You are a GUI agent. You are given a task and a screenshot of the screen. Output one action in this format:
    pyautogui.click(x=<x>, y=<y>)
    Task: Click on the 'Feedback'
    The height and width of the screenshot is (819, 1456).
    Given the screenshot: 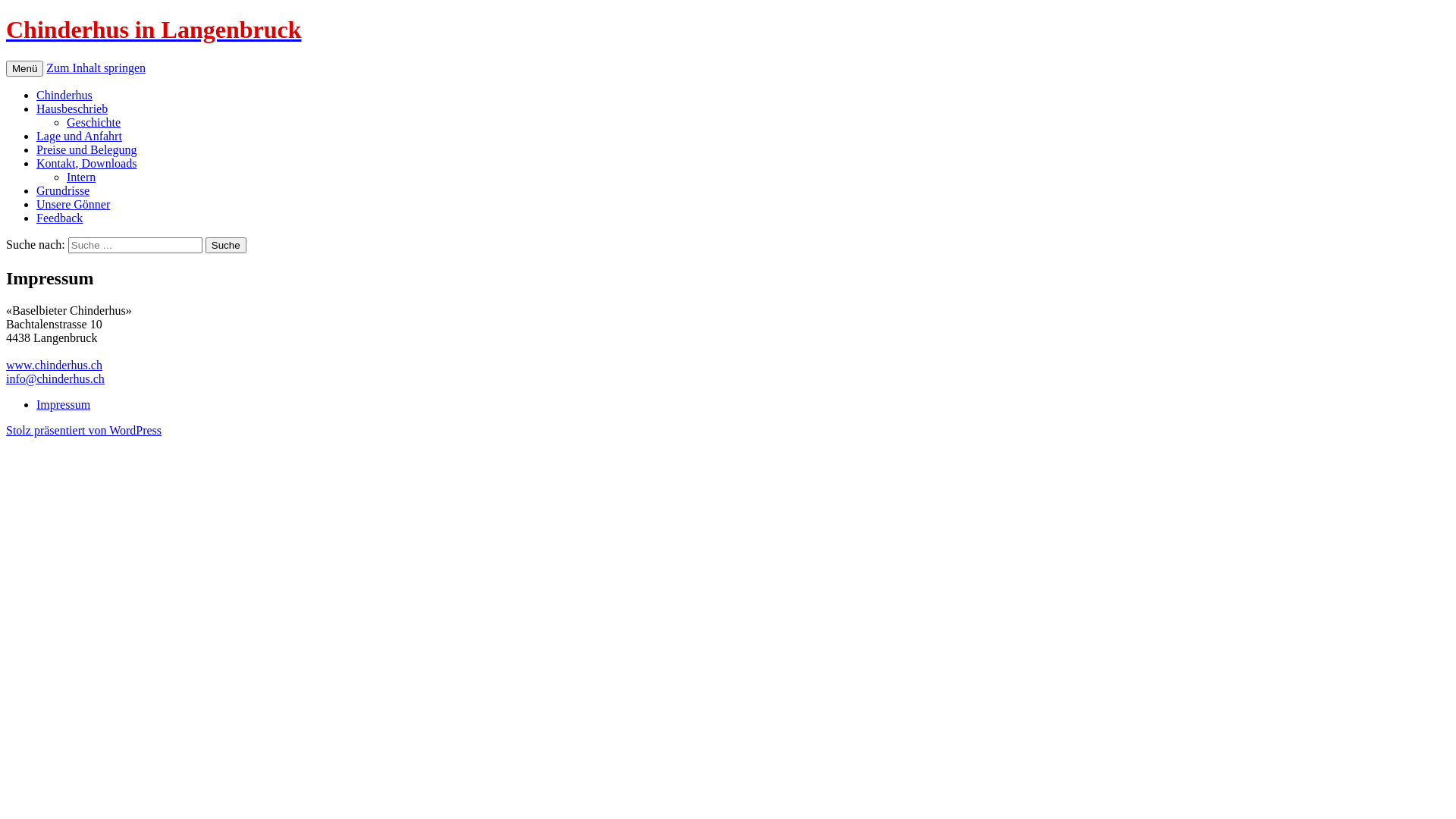 What is the action you would take?
    pyautogui.click(x=59, y=218)
    